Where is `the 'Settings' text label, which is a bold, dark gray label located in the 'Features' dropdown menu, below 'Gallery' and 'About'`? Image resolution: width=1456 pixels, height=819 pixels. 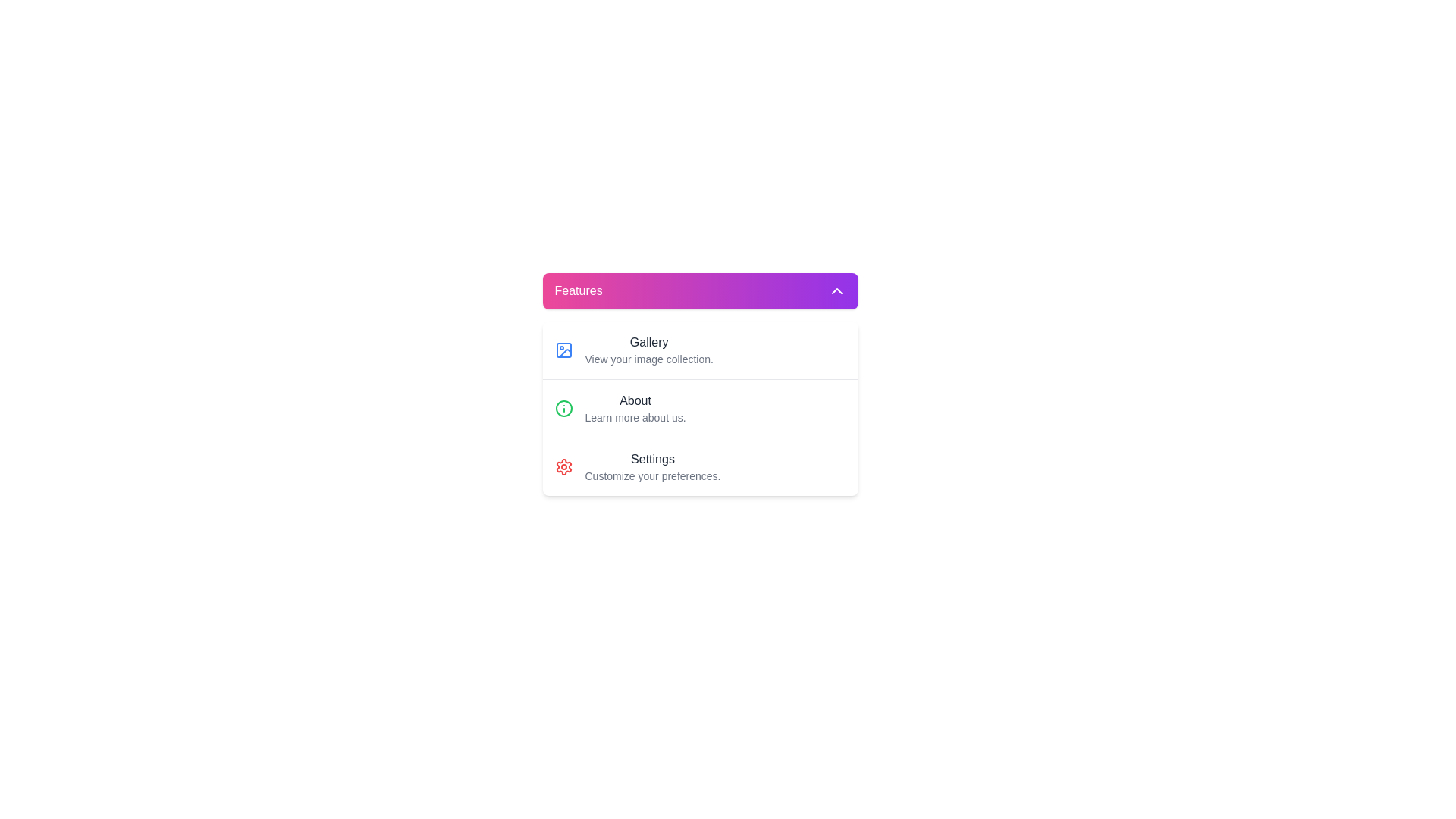 the 'Settings' text label, which is a bold, dark gray label located in the 'Features' dropdown menu, below 'Gallery' and 'About' is located at coordinates (652, 458).